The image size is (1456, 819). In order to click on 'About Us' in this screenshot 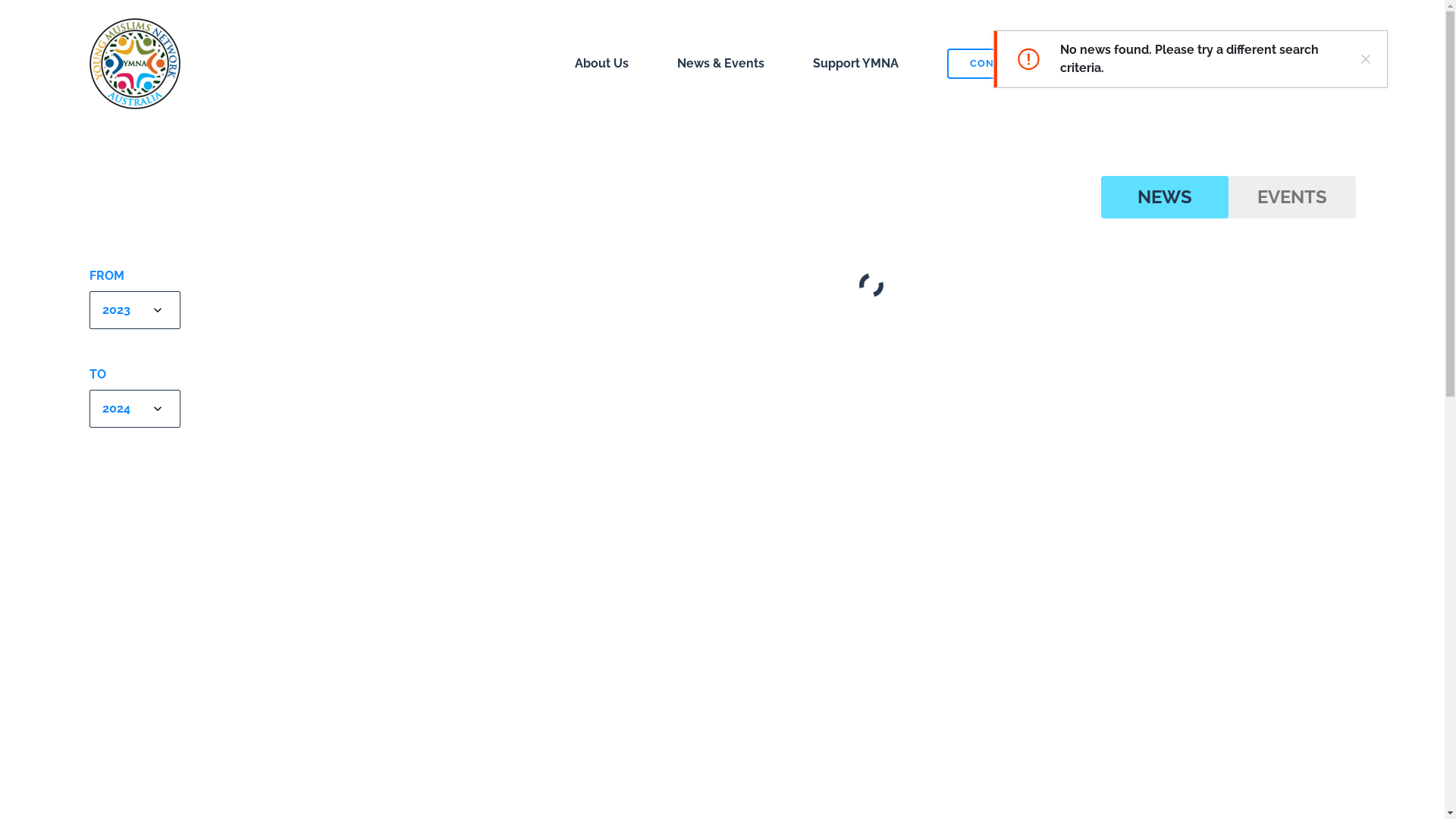, I will do `click(601, 62)`.